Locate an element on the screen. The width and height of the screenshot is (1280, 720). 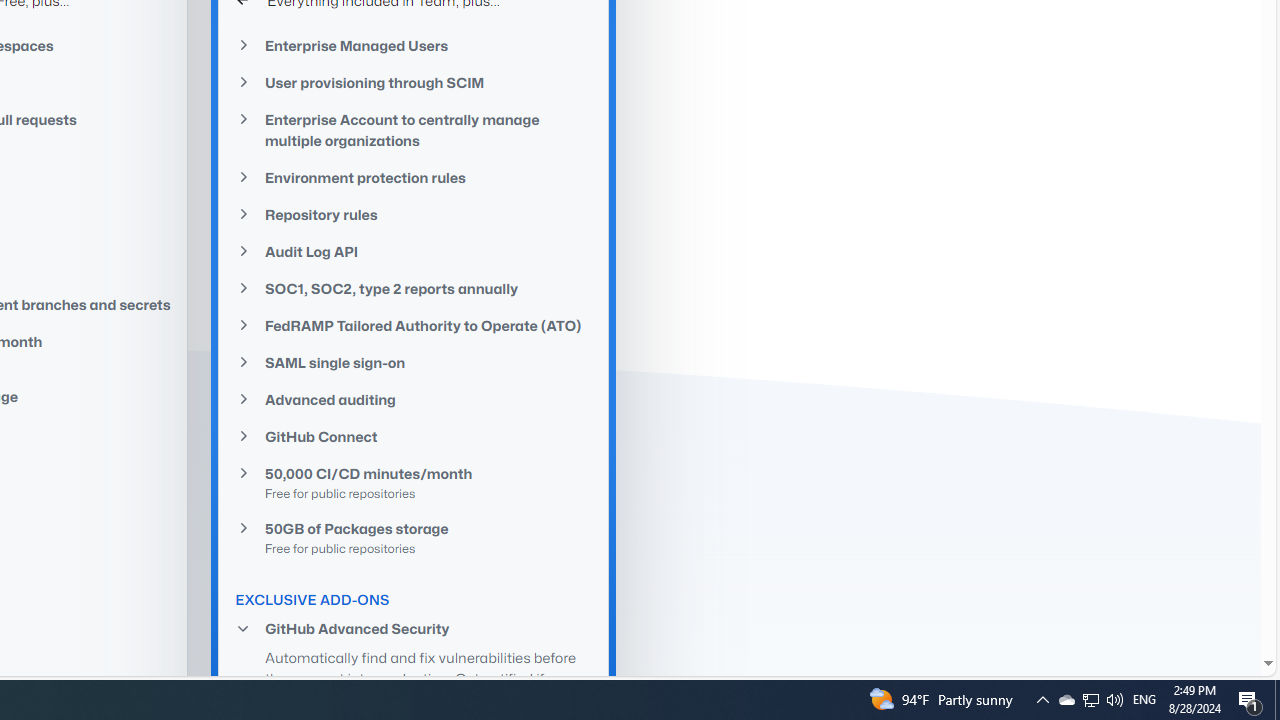
'SOC1, SOC2, type 2 reports annually' is located at coordinates (413, 288).